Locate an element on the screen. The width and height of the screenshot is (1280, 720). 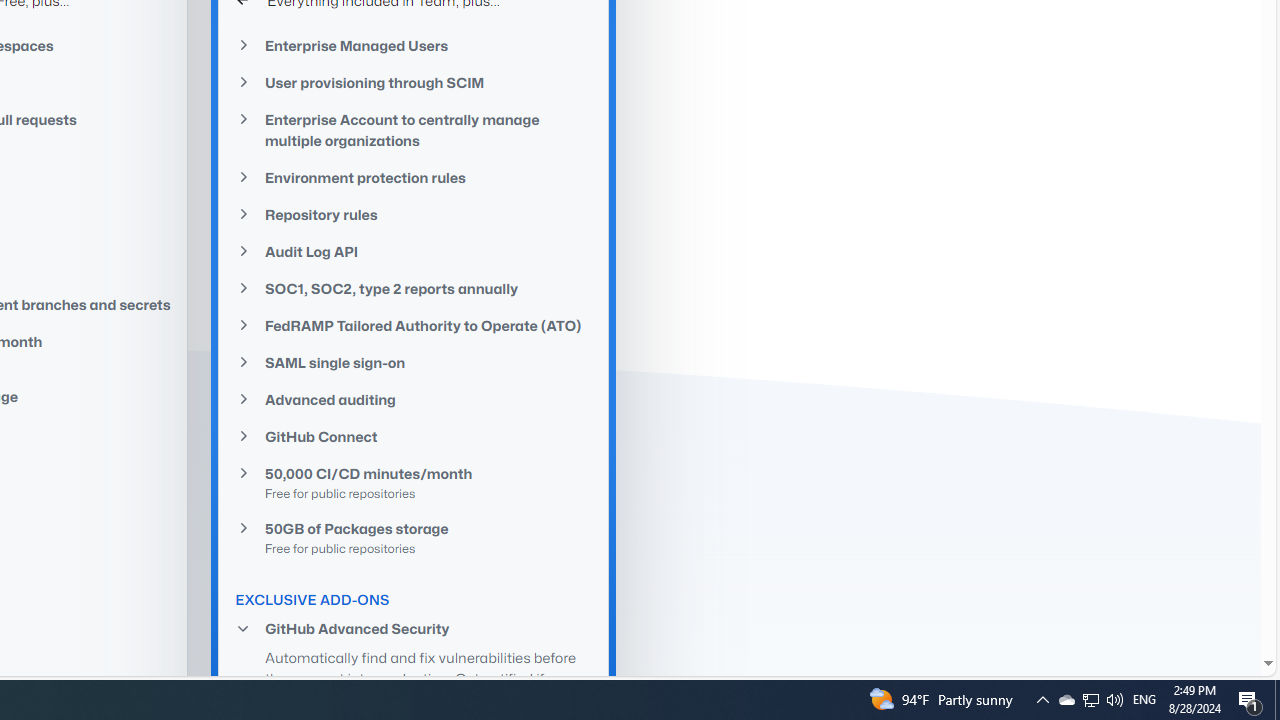
'SOC1, SOC2, type 2 reports annually' is located at coordinates (413, 288).